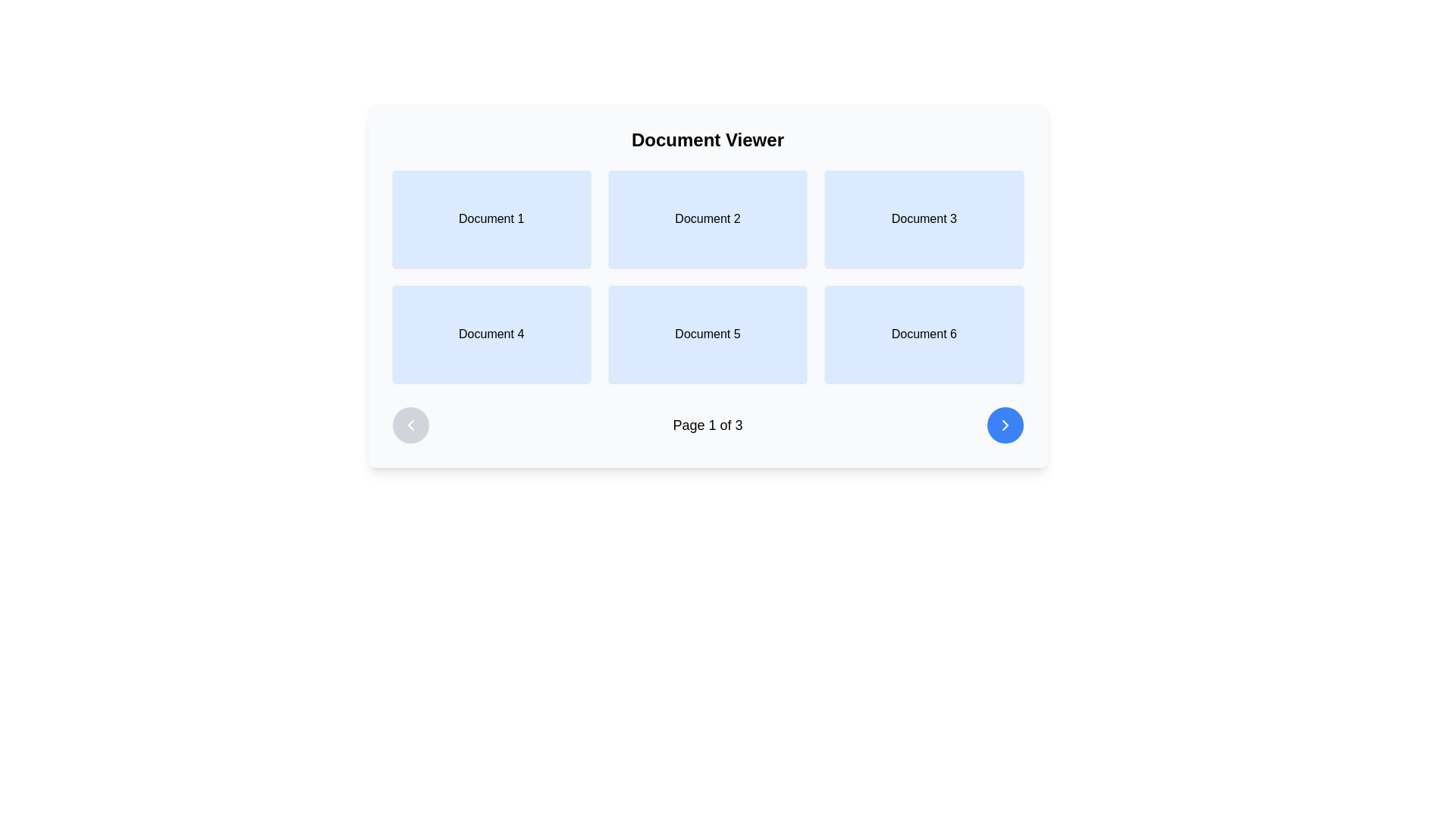 This screenshot has height=819, width=1456. I want to click on the non-interactive label representing 'Document 6' in the document viewer interface, located in the third column of the second row of a grid layout, so click(923, 333).